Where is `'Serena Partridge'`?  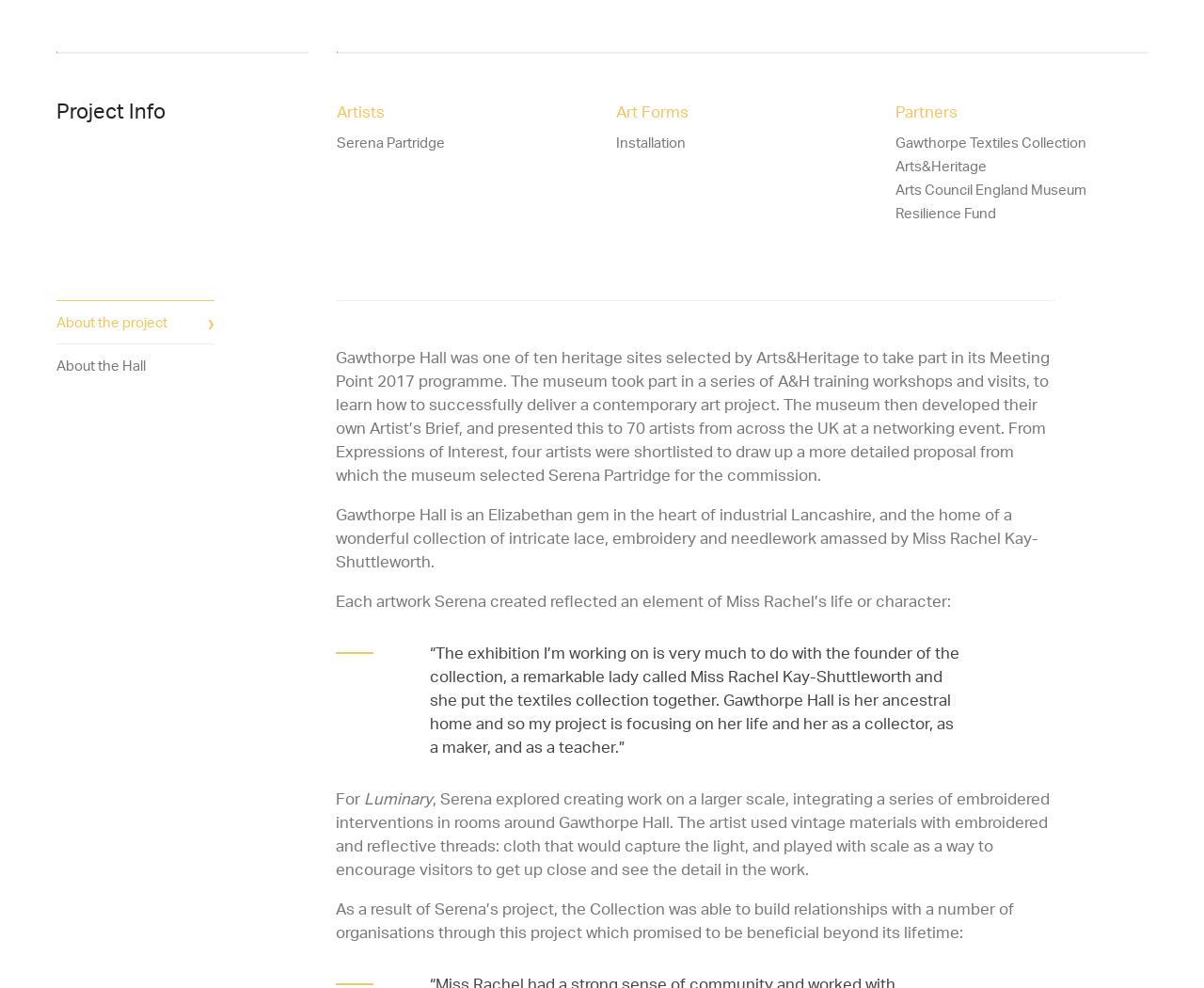
'Serena Partridge' is located at coordinates (388, 142).